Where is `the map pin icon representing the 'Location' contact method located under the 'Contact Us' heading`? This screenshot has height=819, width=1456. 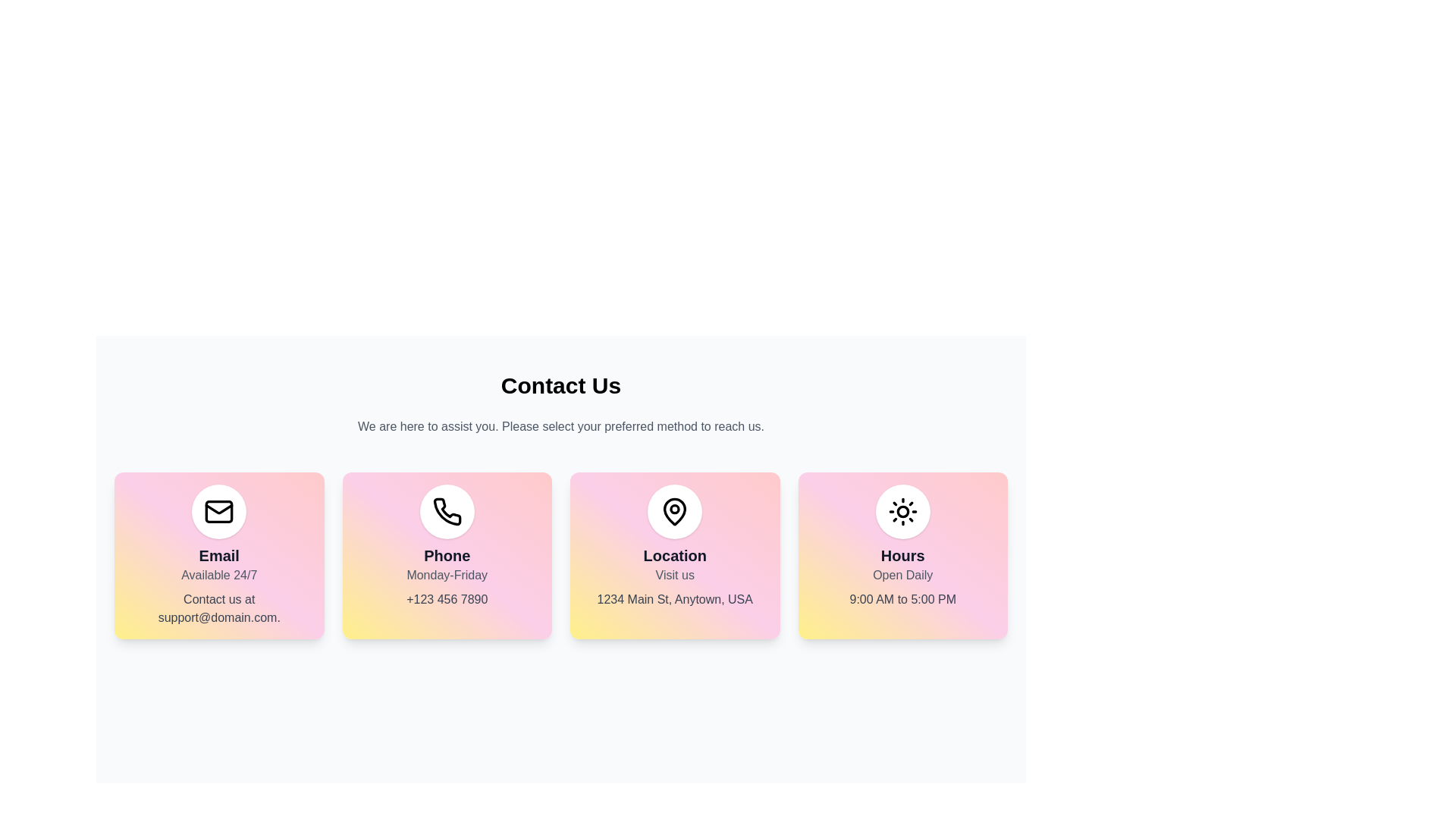 the map pin icon representing the 'Location' contact method located under the 'Contact Us' heading is located at coordinates (674, 512).